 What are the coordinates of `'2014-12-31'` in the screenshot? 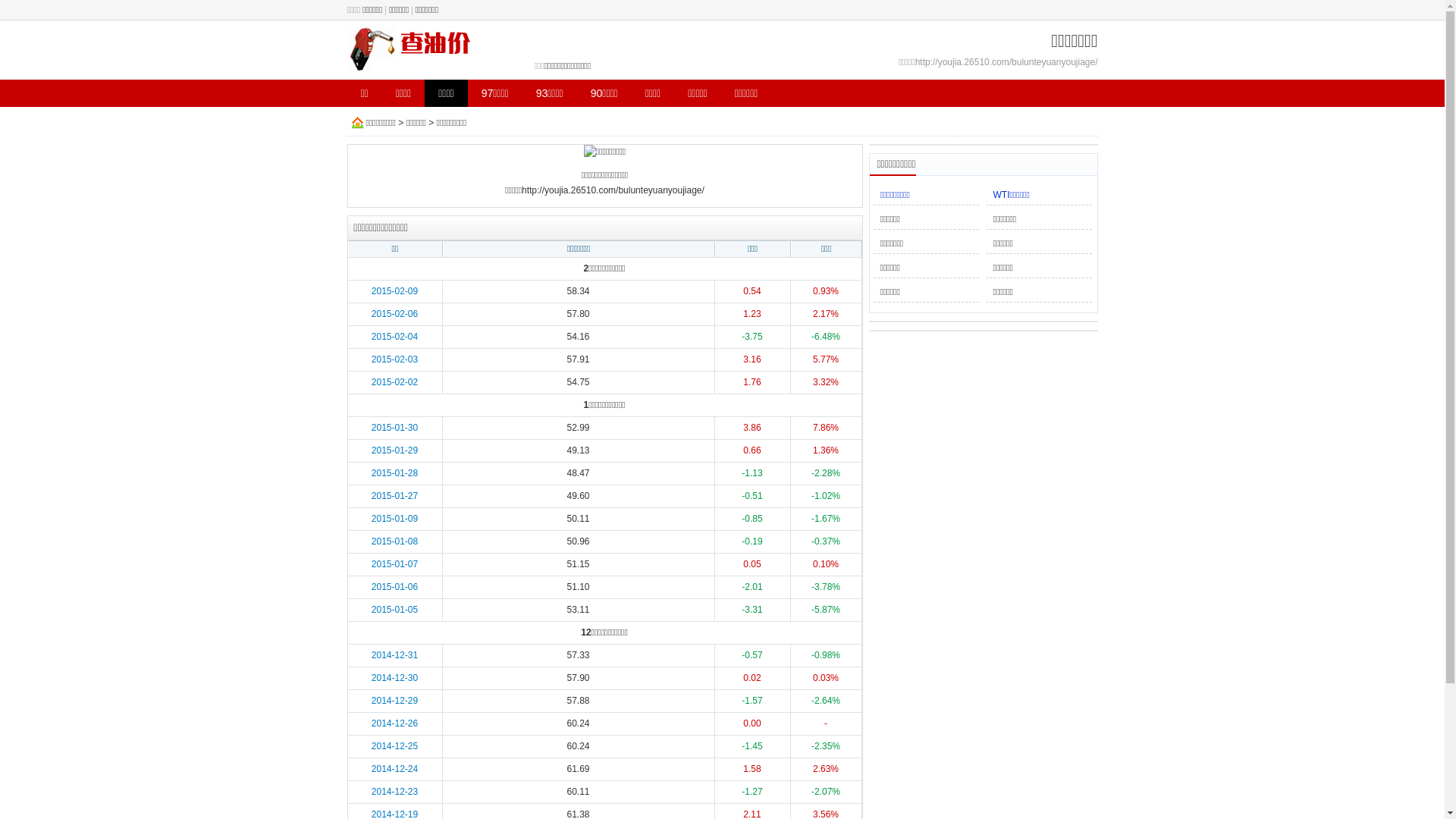 It's located at (371, 654).